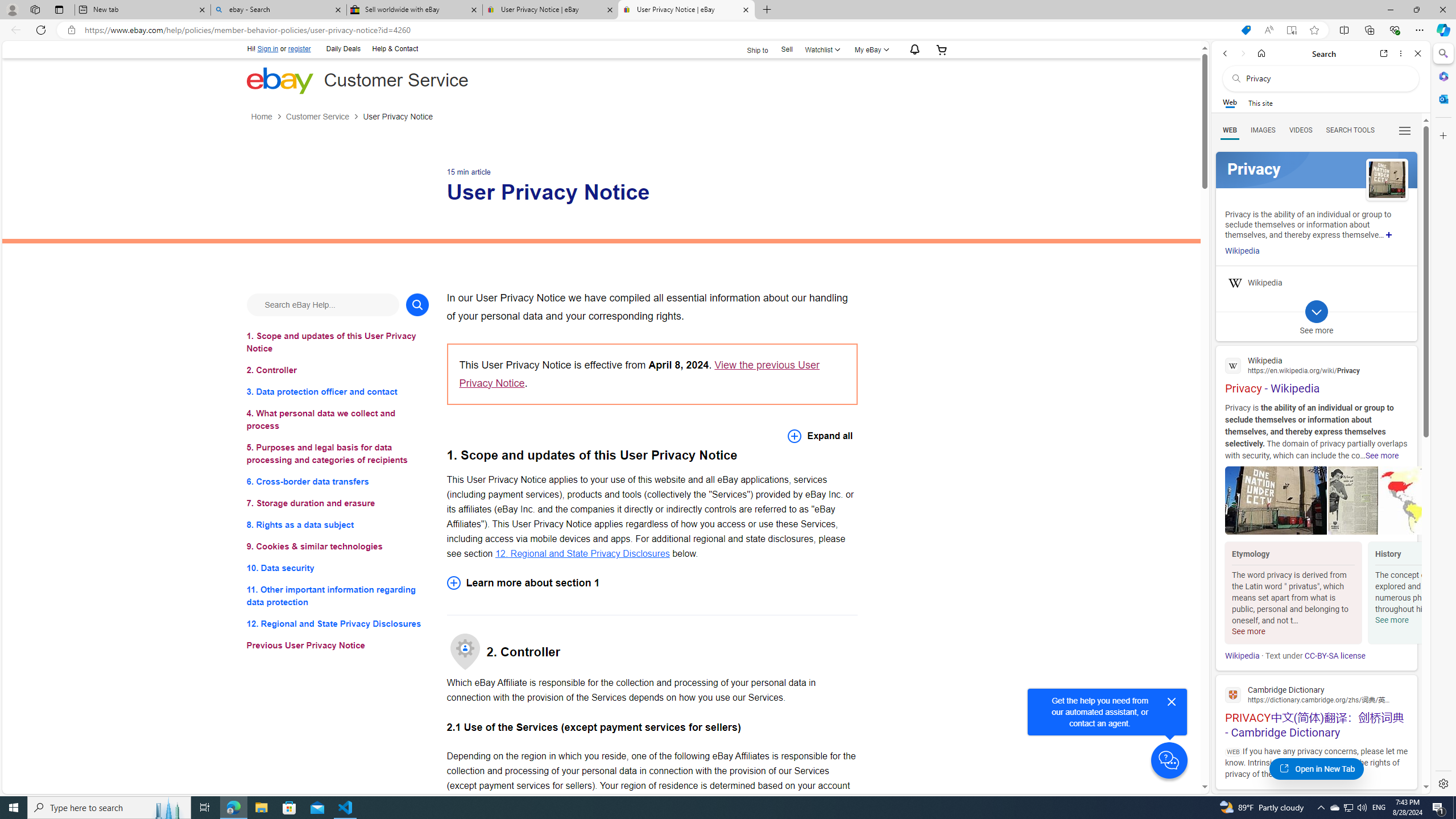 This screenshot has width=1456, height=819. I want to click on '11. Other important information regarding data protection', so click(337, 596).